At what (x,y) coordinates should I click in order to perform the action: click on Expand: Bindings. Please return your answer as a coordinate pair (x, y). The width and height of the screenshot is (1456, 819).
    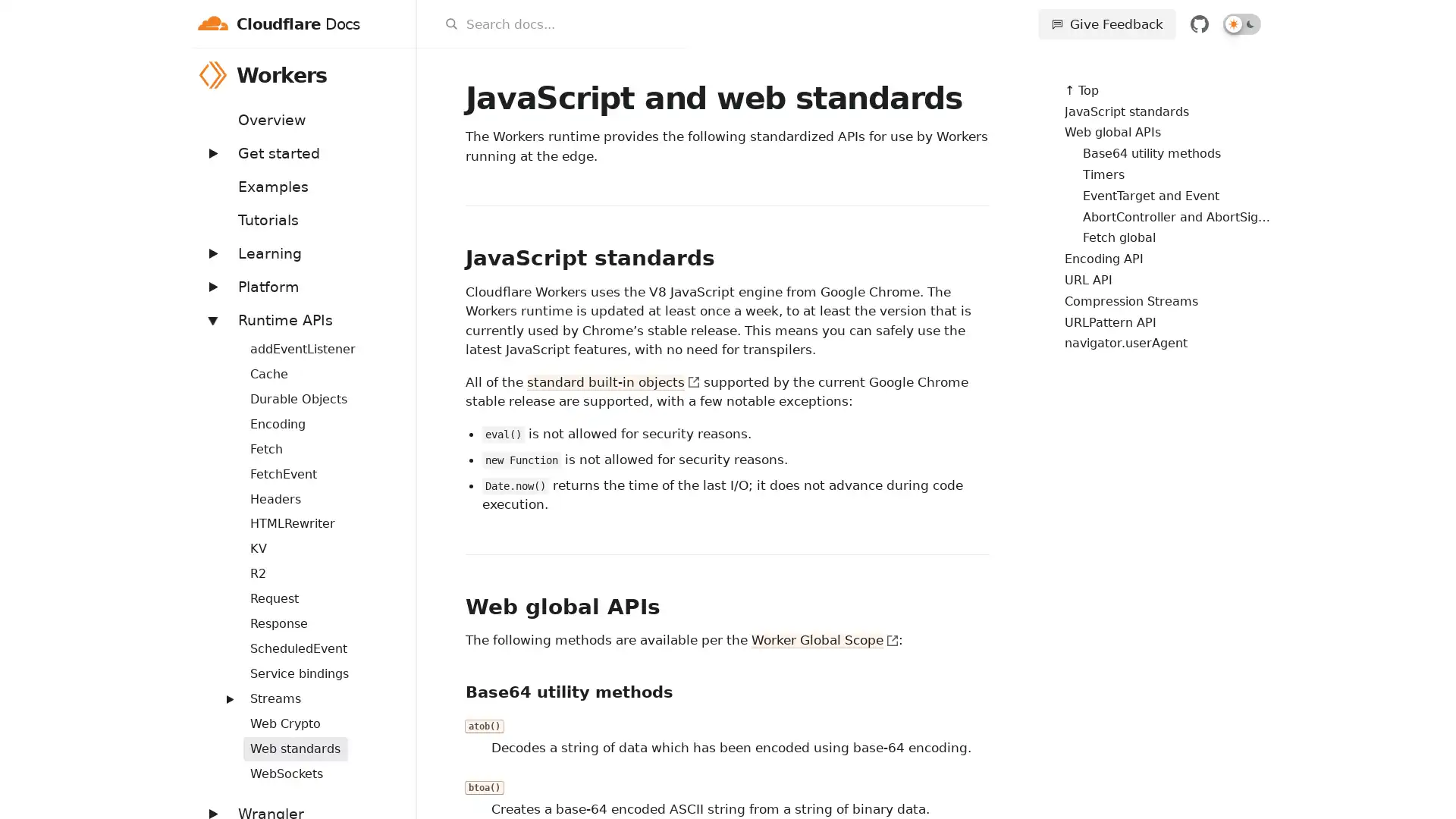
    Looking at the image, I should click on (221, 339).